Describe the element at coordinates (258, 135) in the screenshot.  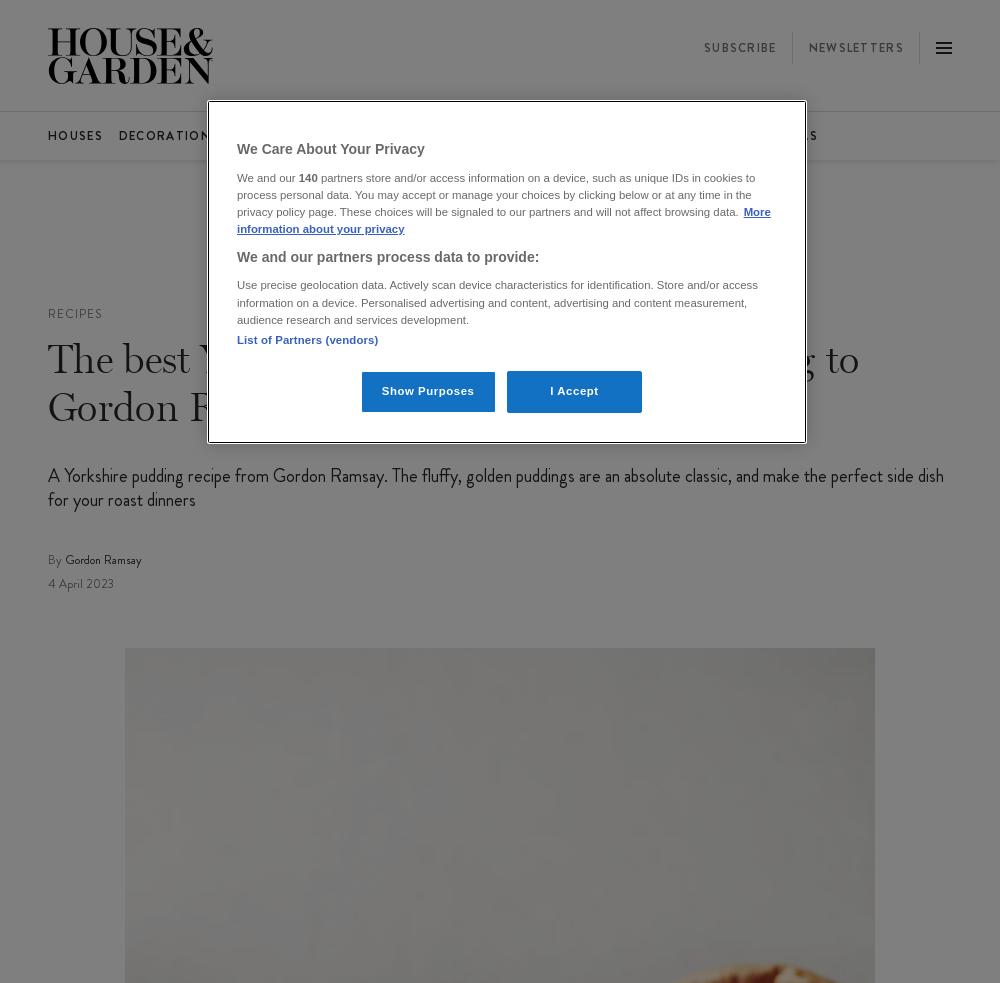
I see `'Gardens'` at that location.